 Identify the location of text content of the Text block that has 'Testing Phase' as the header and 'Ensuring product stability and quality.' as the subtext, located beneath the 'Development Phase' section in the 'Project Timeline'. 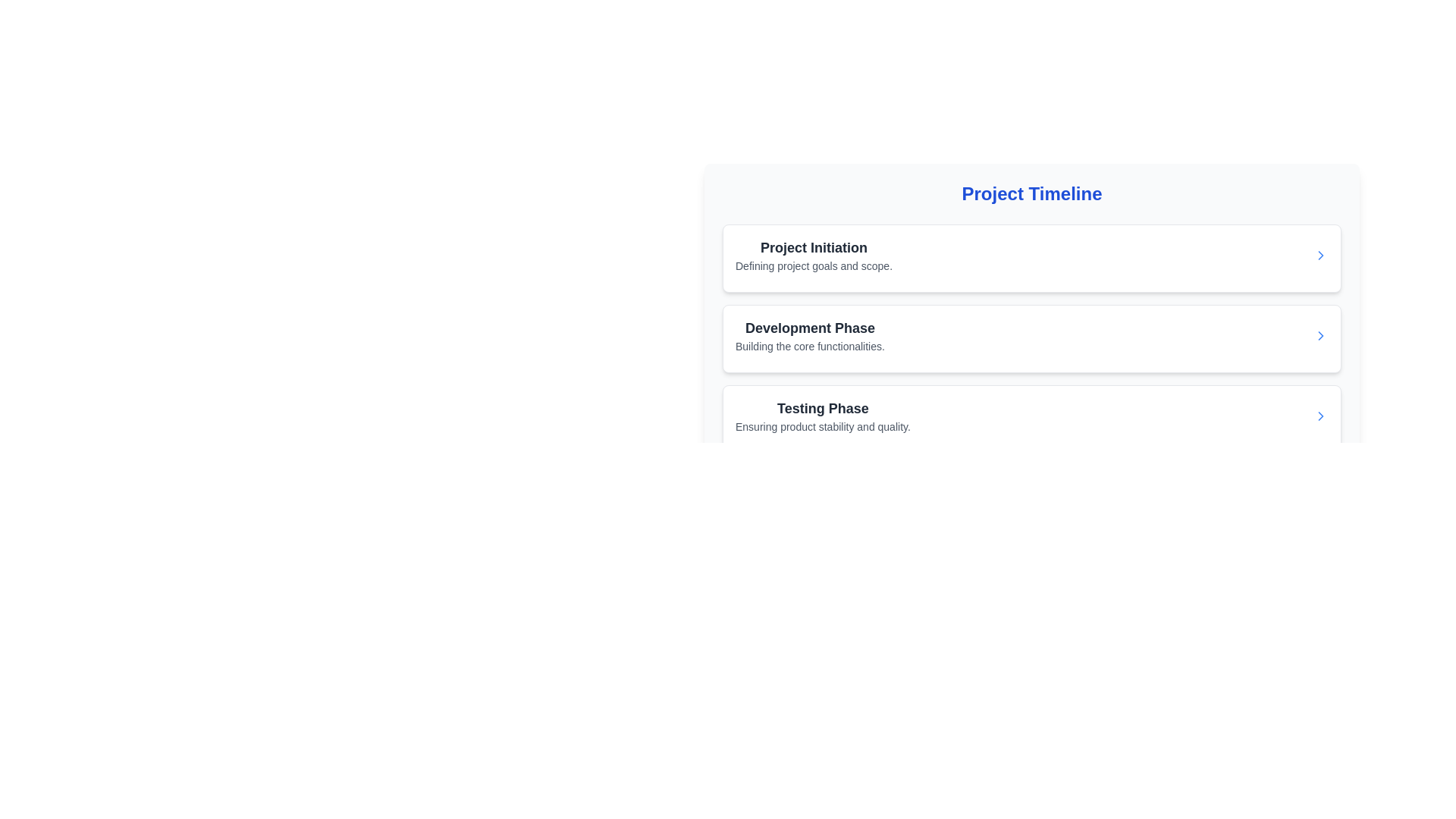
(822, 416).